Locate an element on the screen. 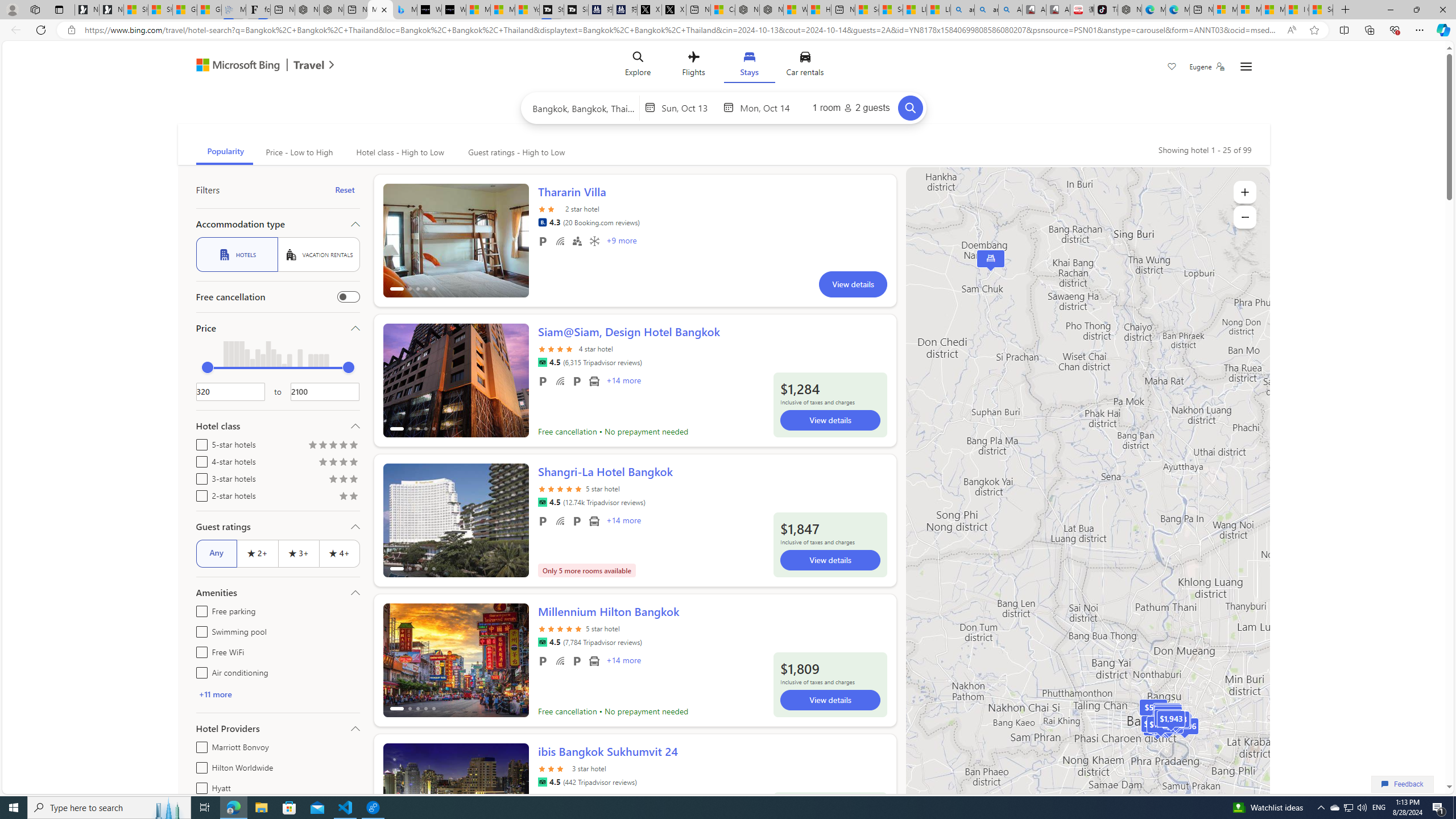 The image size is (1456, 819). 'Newsletter Sign Up' is located at coordinates (111, 9).